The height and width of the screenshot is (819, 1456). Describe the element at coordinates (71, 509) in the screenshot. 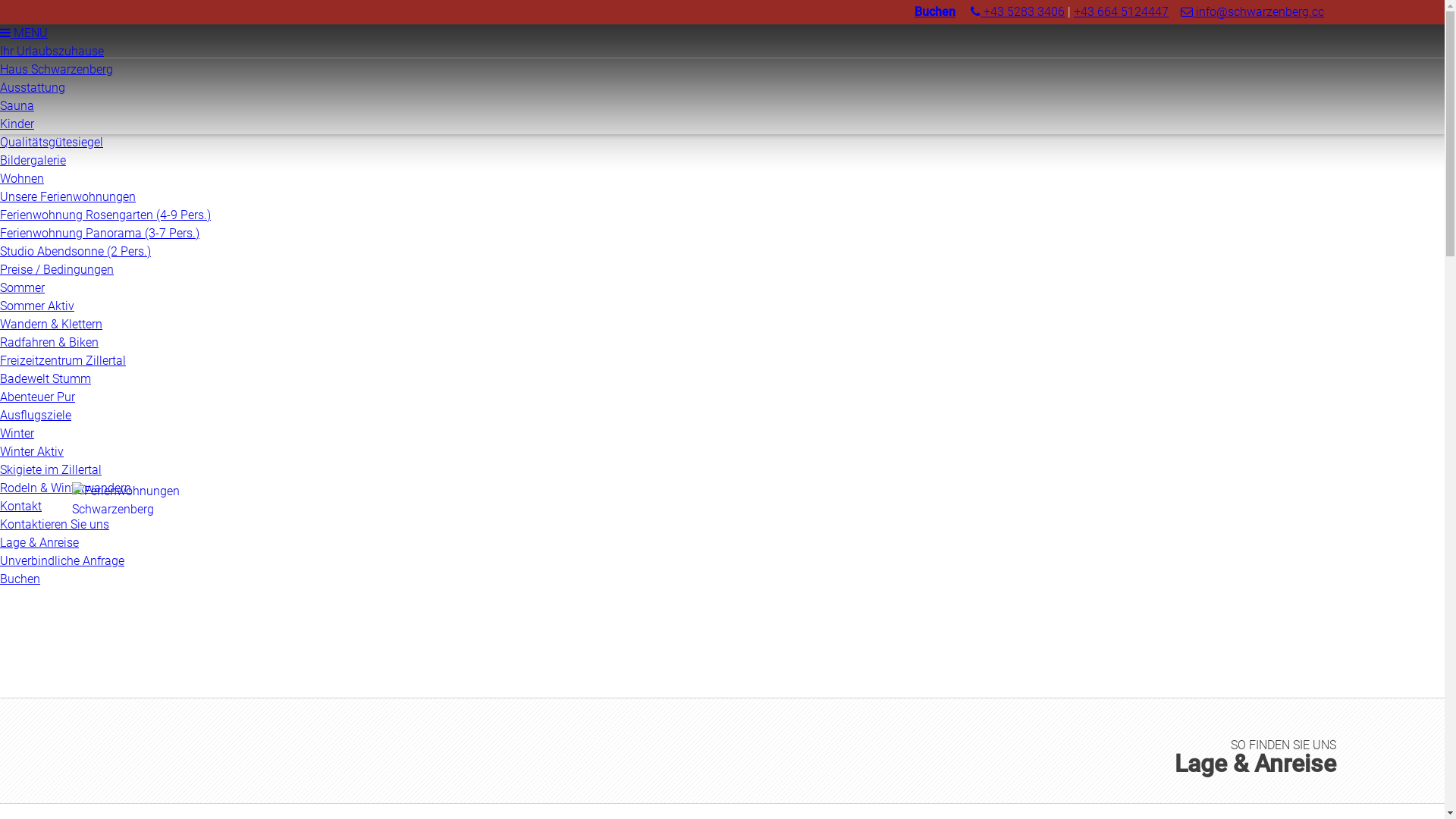

I see `'Ferienwohnungen Schwarzenberg'` at that location.